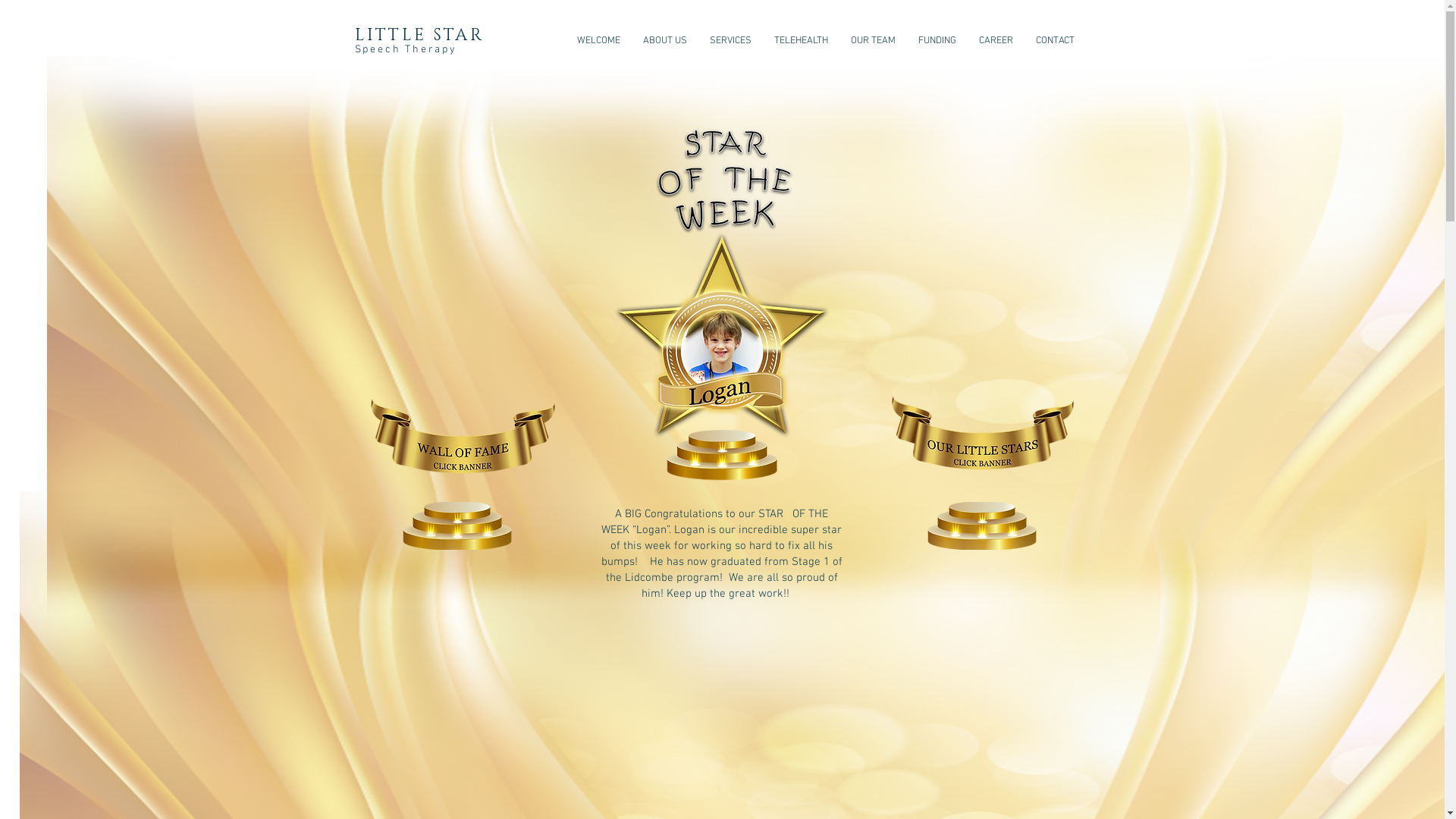 The width and height of the screenshot is (1456, 819). What do you see at coordinates (1023, 40) in the screenshot?
I see `'CONTACT'` at bounding box center [1023, 40].